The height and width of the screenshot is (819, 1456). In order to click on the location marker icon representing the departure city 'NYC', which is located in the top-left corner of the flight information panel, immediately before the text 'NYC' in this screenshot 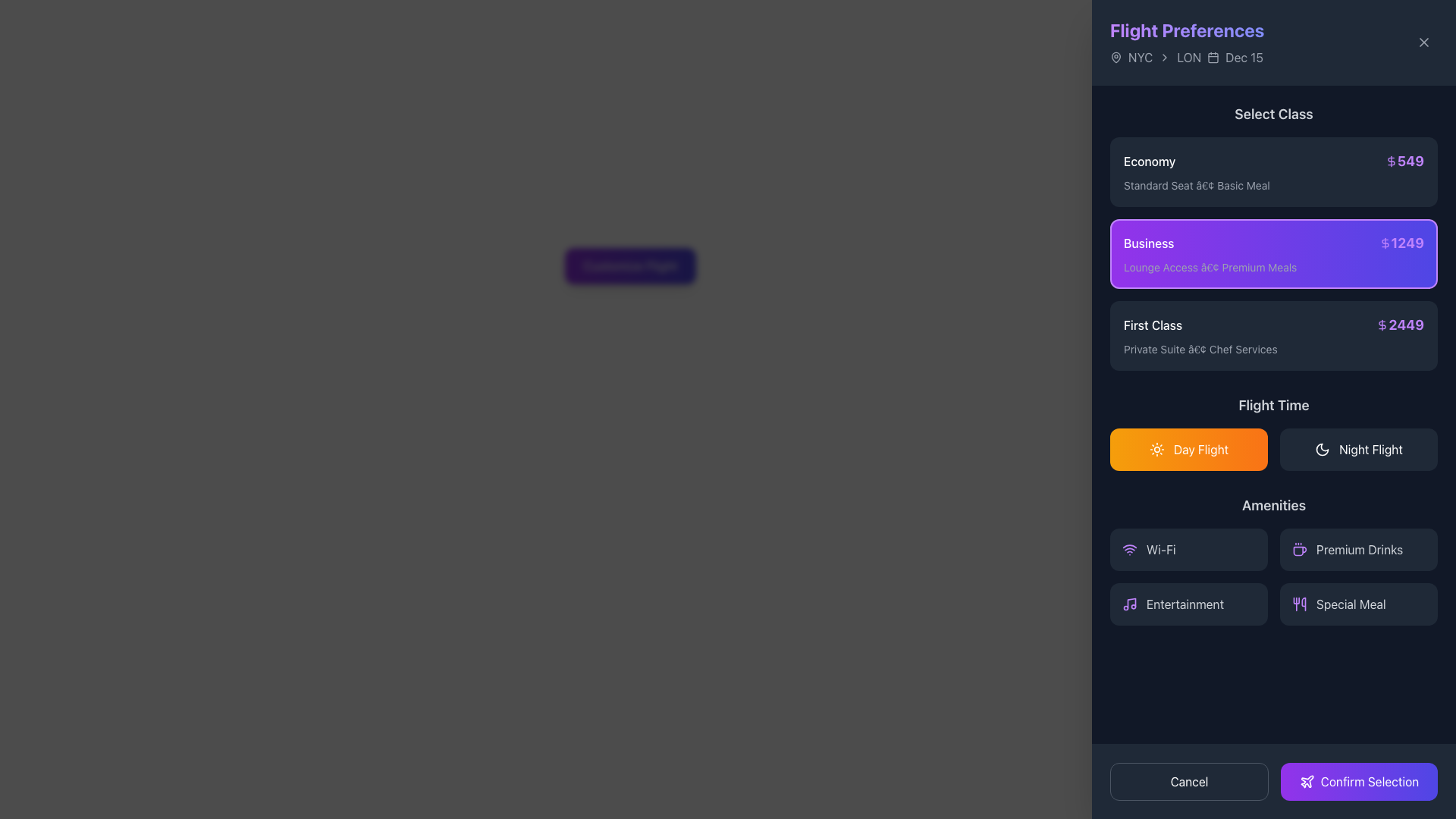, I will do `click(1116, 55)`.